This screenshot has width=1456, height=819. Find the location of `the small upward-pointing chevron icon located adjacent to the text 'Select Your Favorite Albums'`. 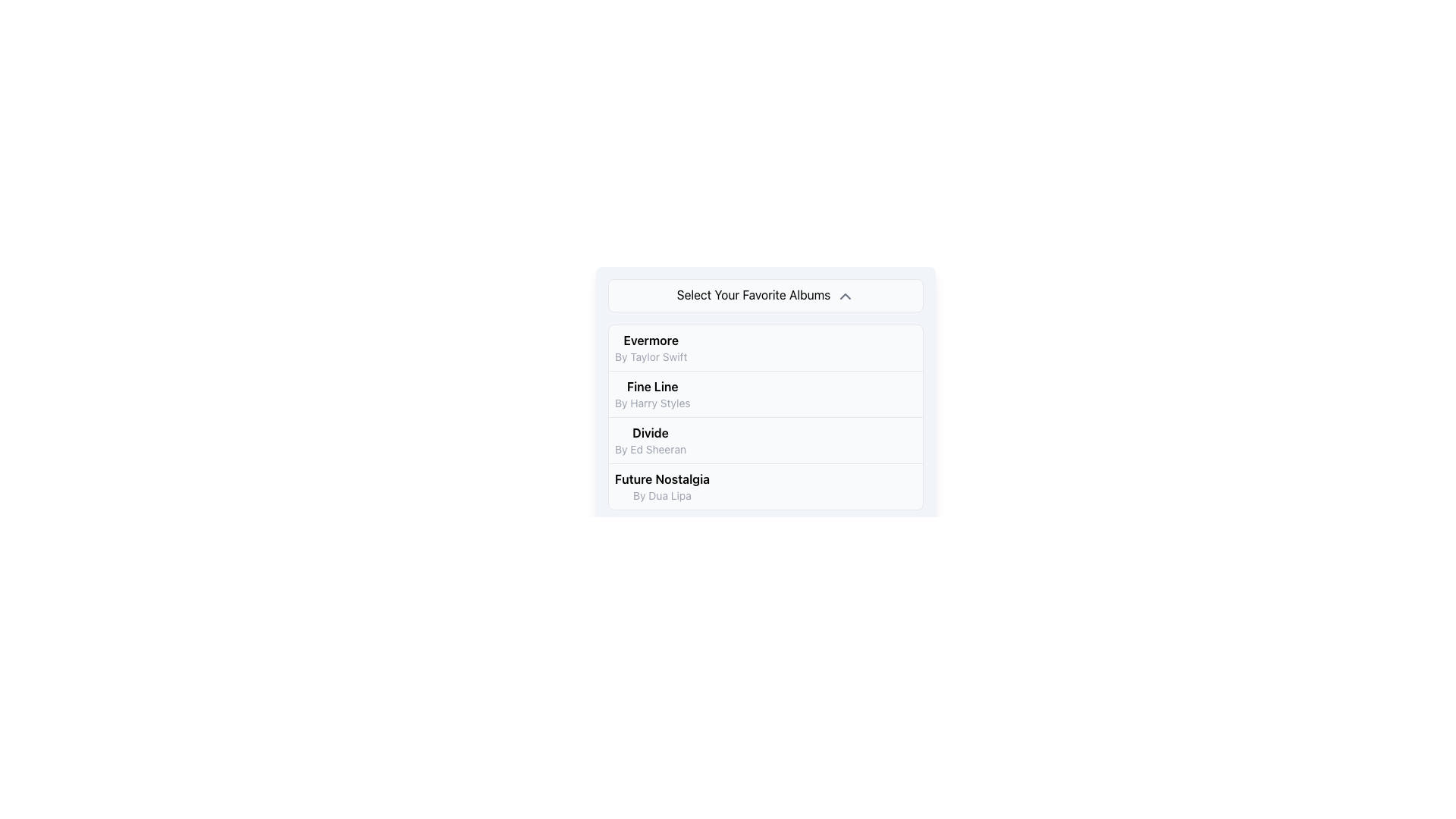

the small upward-pointing chevron icon located adjacent to the text 'Select Your Favorite Albums' is located at coordinates (845, 296).